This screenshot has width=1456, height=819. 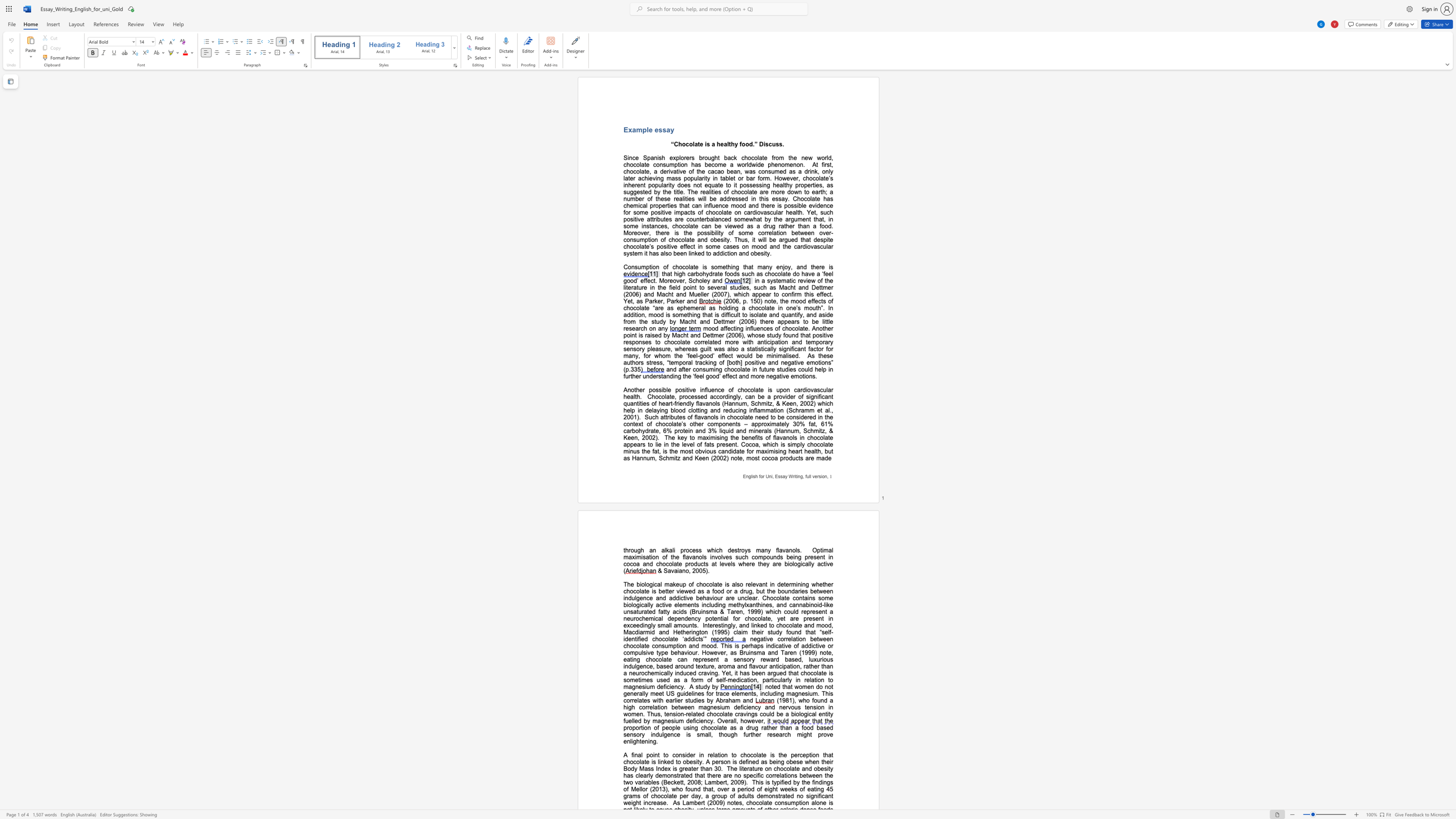 What do you see at coordinates (632, 129) in the screenshot?
I see `the subset text "ample e" within the text "Example essay"` at bounding box center [632, 129].